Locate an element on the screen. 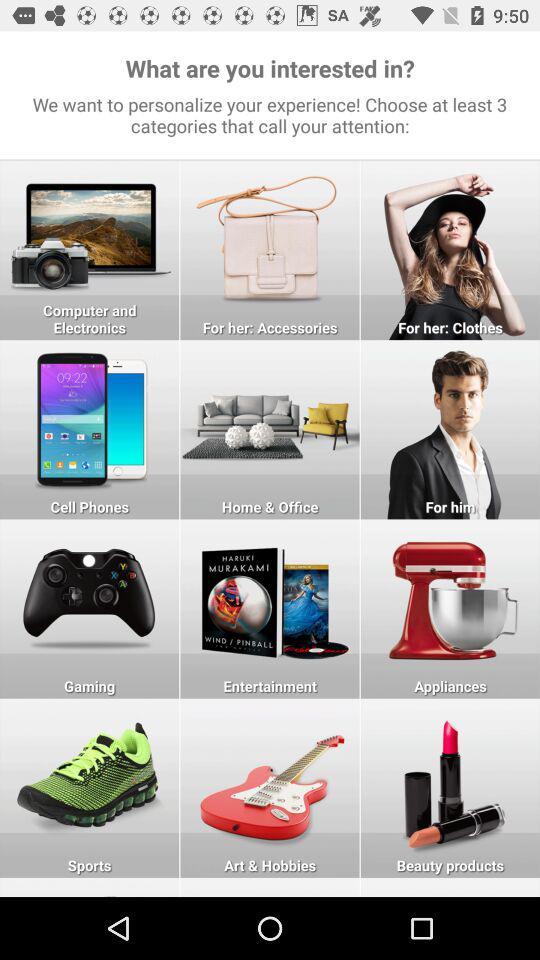  cell phones as interest is located at coordinates (88, 429).